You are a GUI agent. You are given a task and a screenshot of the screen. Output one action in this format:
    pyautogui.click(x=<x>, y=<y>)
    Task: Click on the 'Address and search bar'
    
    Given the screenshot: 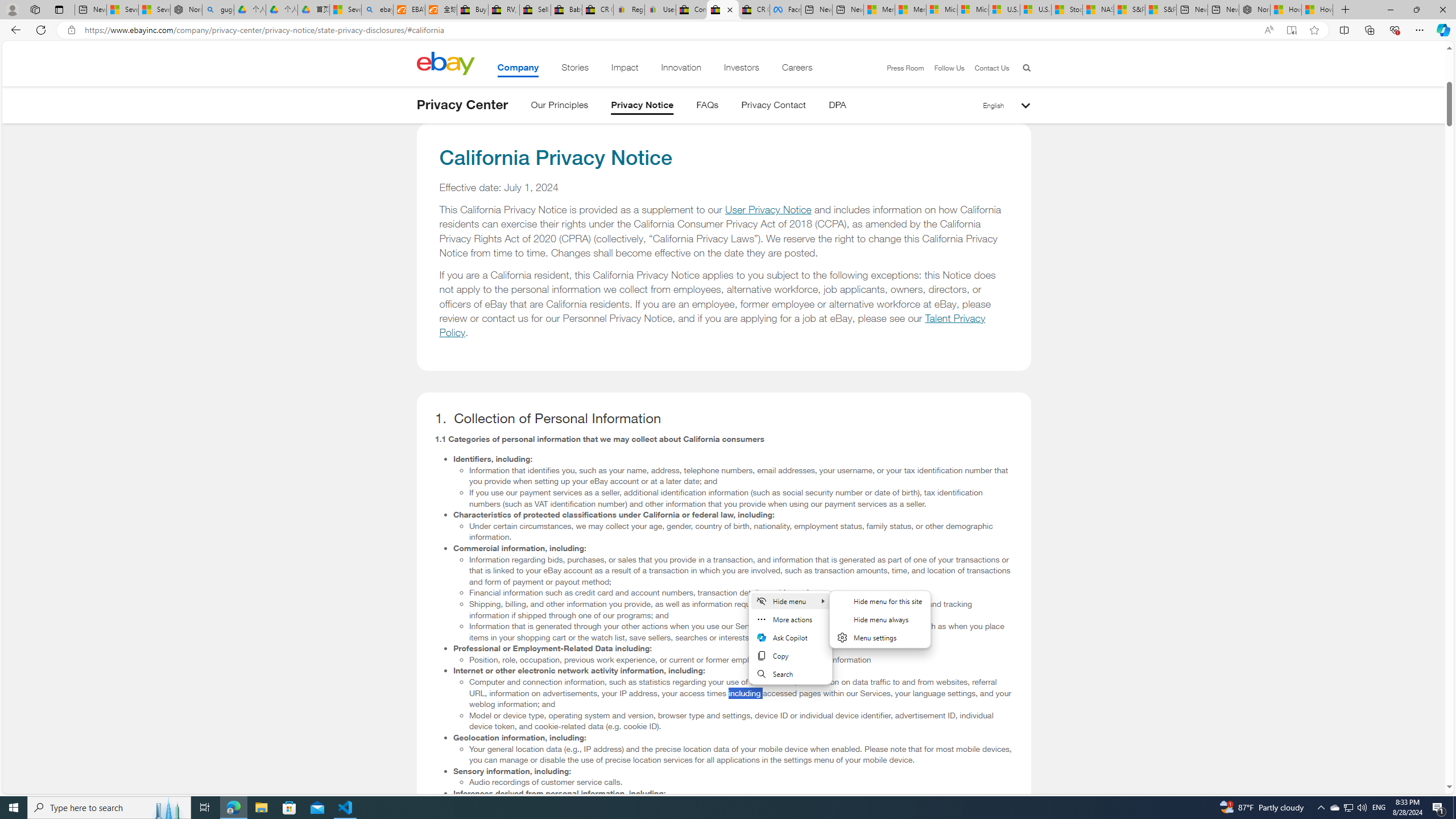 What is the action you would take?
    pyautogui.click(x=669, y=30)
    